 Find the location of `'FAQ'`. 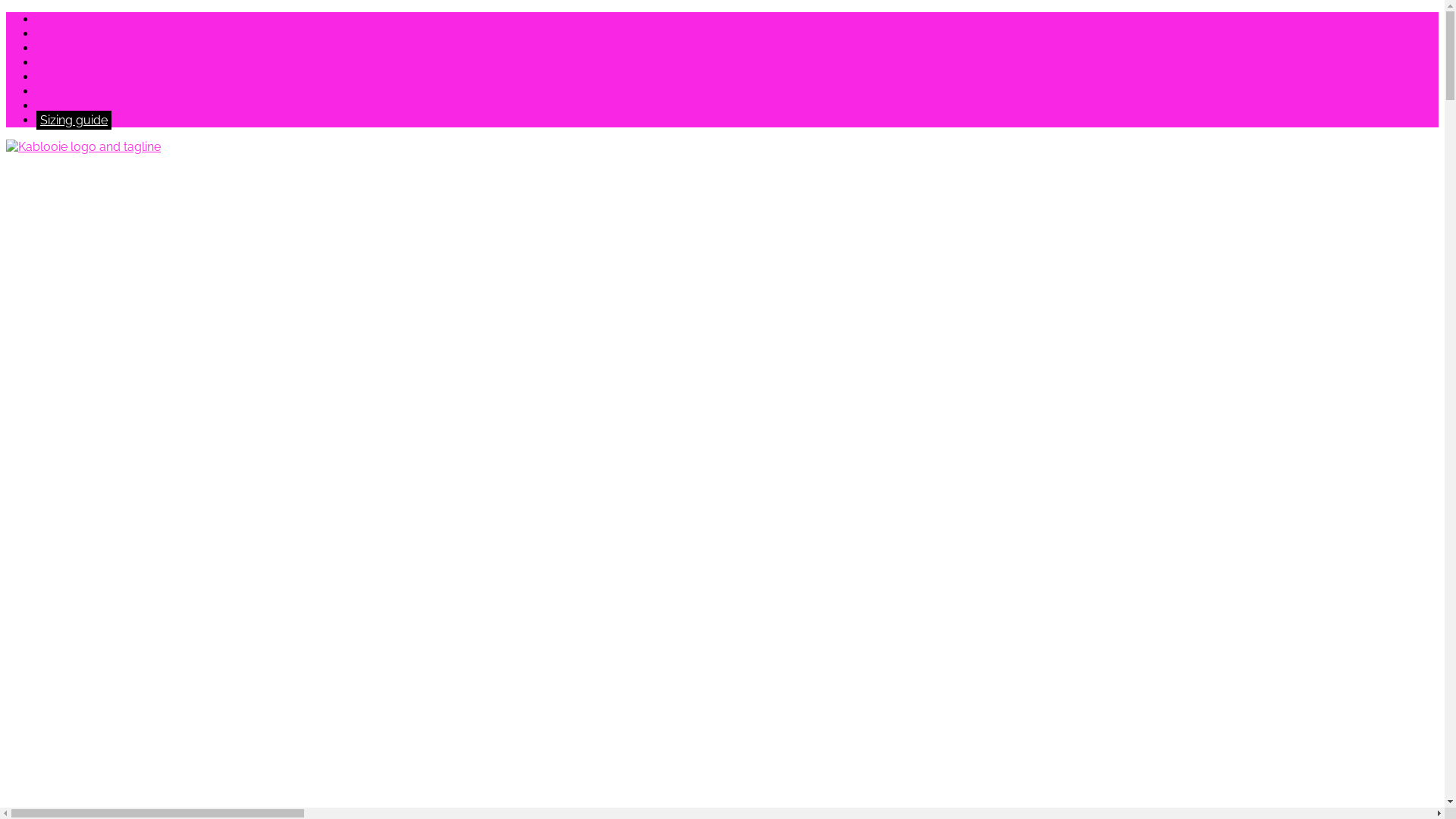

'FAQ' is located at coordinates (48, 61).